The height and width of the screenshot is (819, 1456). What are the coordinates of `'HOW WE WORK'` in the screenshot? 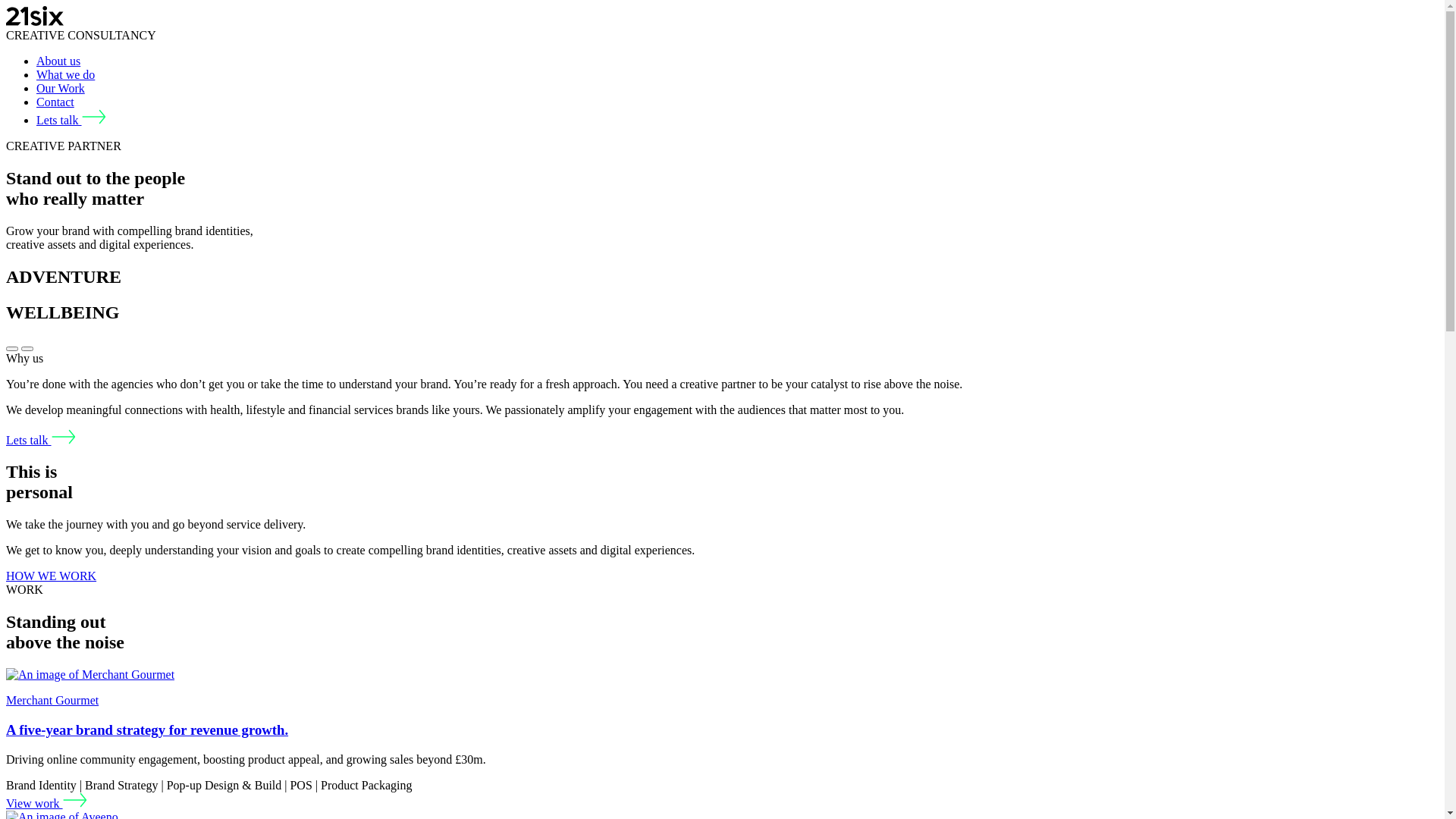 It's located at (51, 576).